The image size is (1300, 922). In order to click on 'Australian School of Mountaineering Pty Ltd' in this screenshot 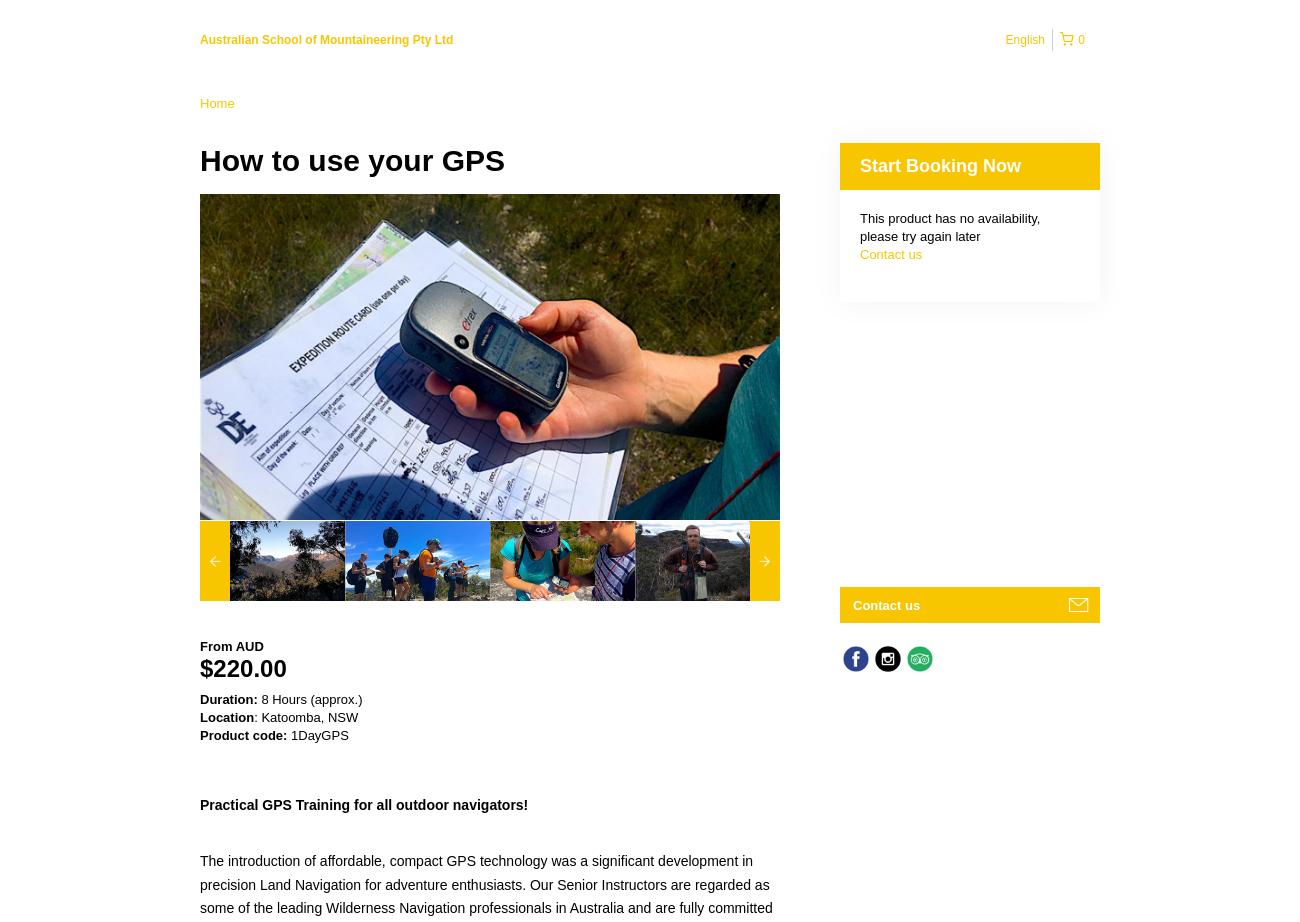, I will do `click(199, 40)`.